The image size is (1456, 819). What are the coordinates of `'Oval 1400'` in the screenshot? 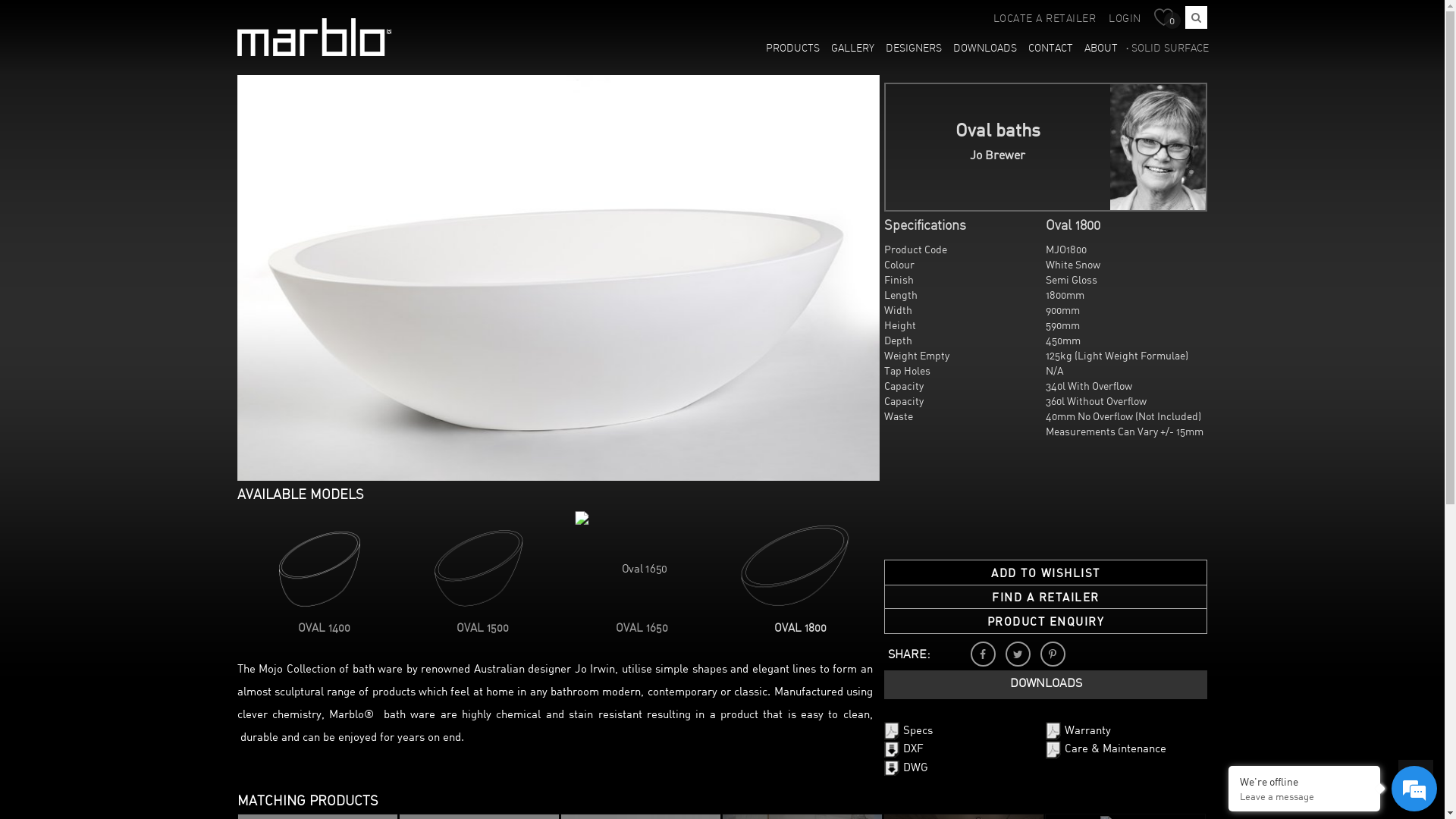 It's located at (313, 565).